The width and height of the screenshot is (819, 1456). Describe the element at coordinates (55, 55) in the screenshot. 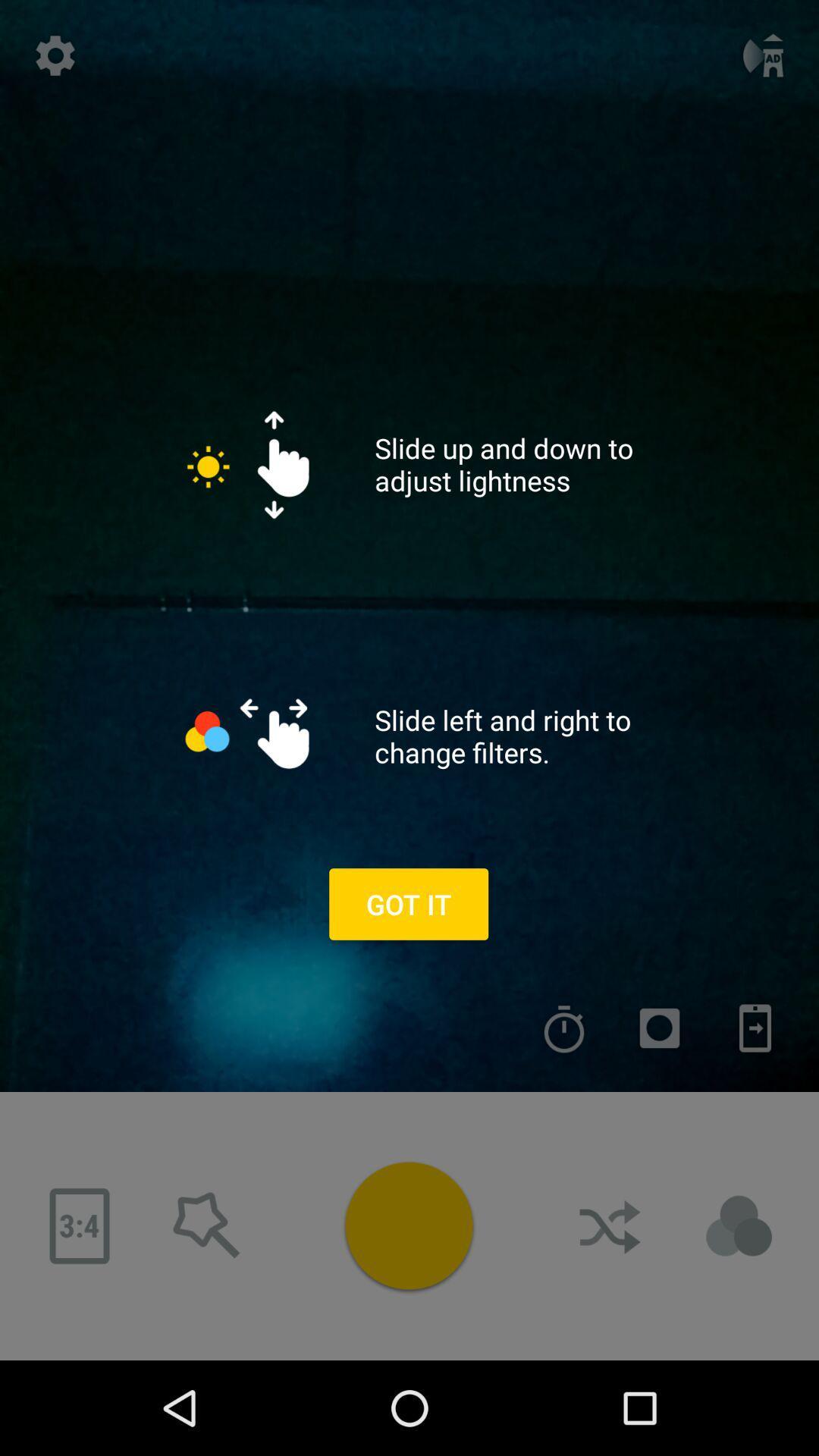

I see `the settings icon` at that location.